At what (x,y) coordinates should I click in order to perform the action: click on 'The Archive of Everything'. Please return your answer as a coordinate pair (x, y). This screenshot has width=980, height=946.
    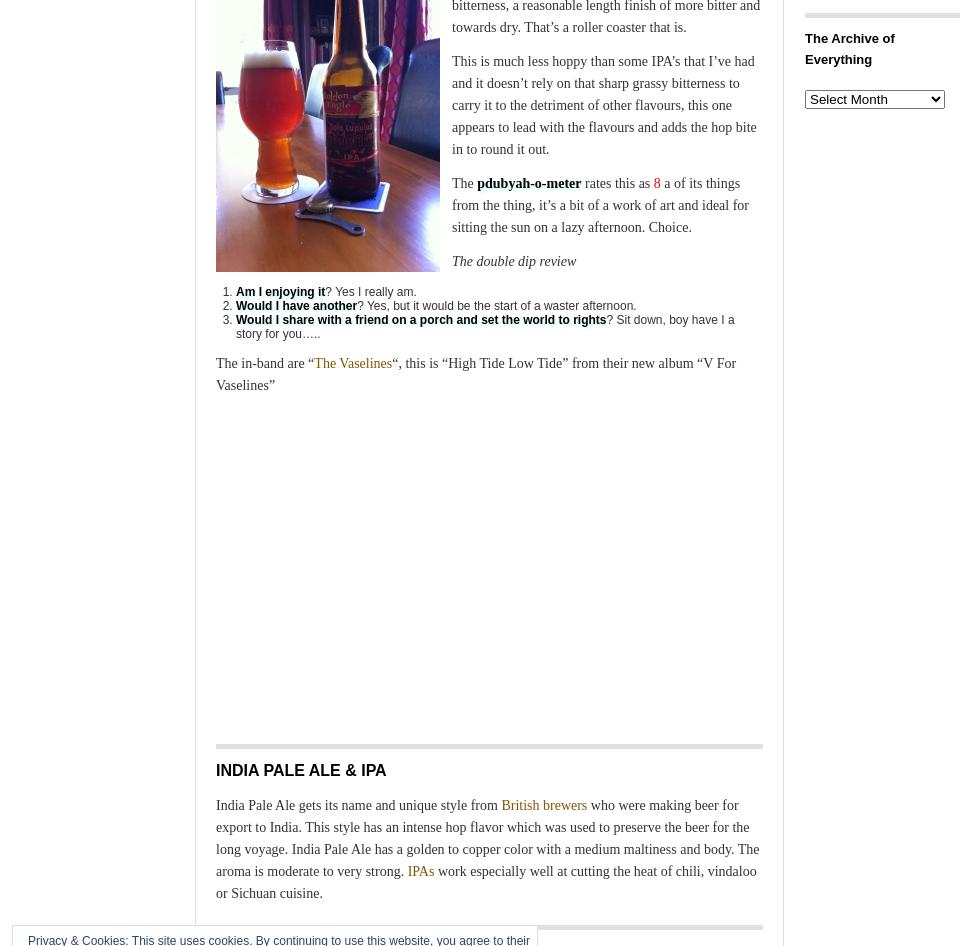
    Looking at the image, I should click on (849, 49).